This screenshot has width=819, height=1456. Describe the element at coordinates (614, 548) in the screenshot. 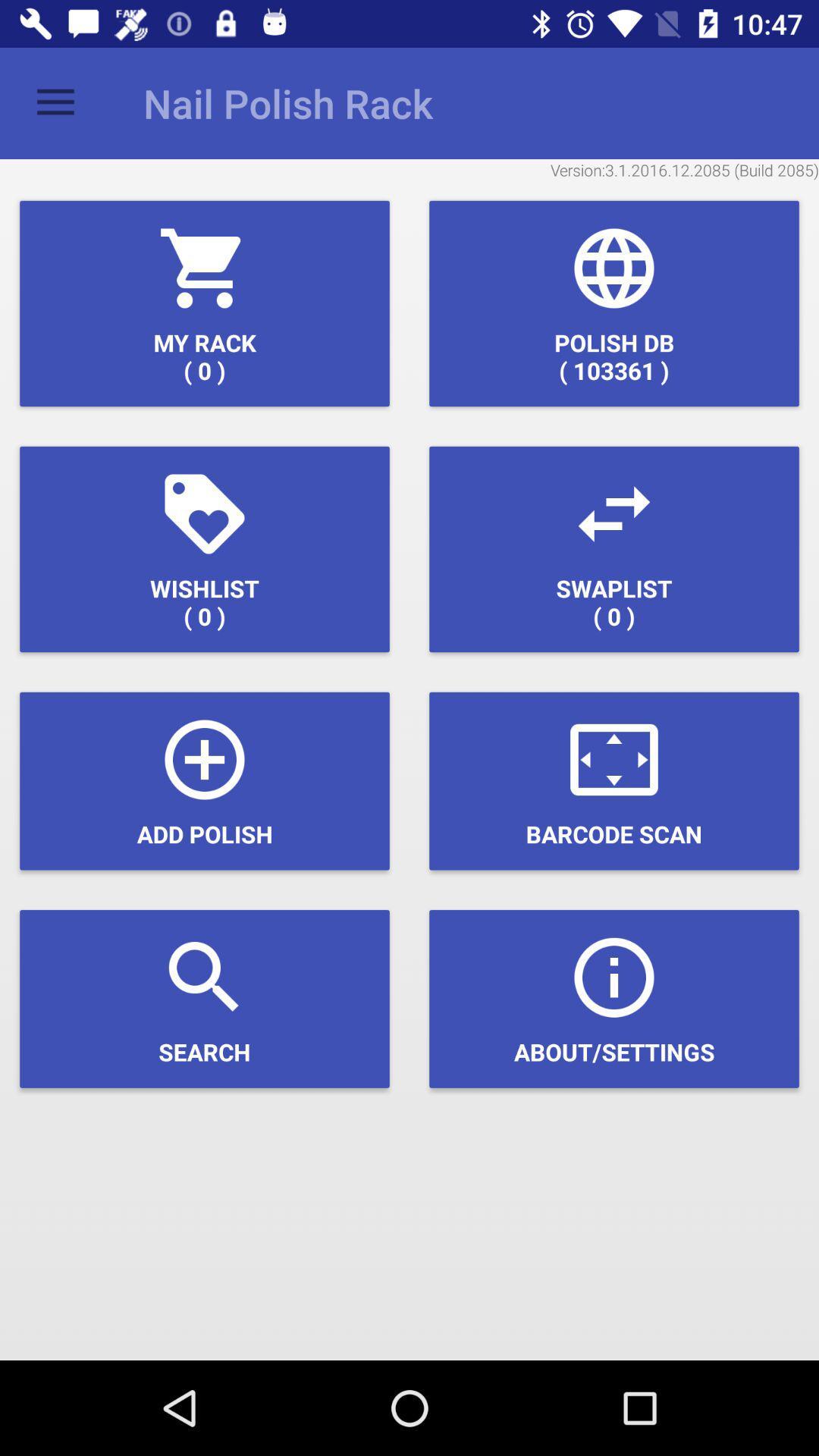

I see `swaplist` at that location.